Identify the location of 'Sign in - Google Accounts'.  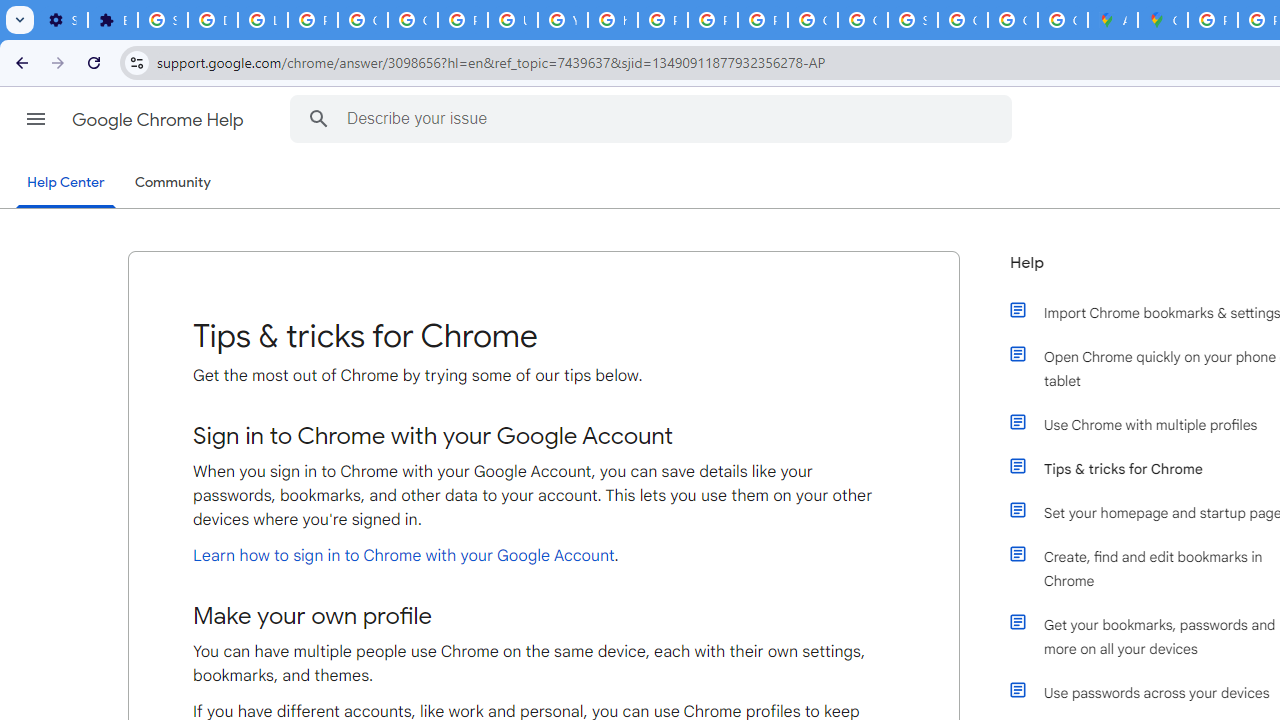
(163, 20).